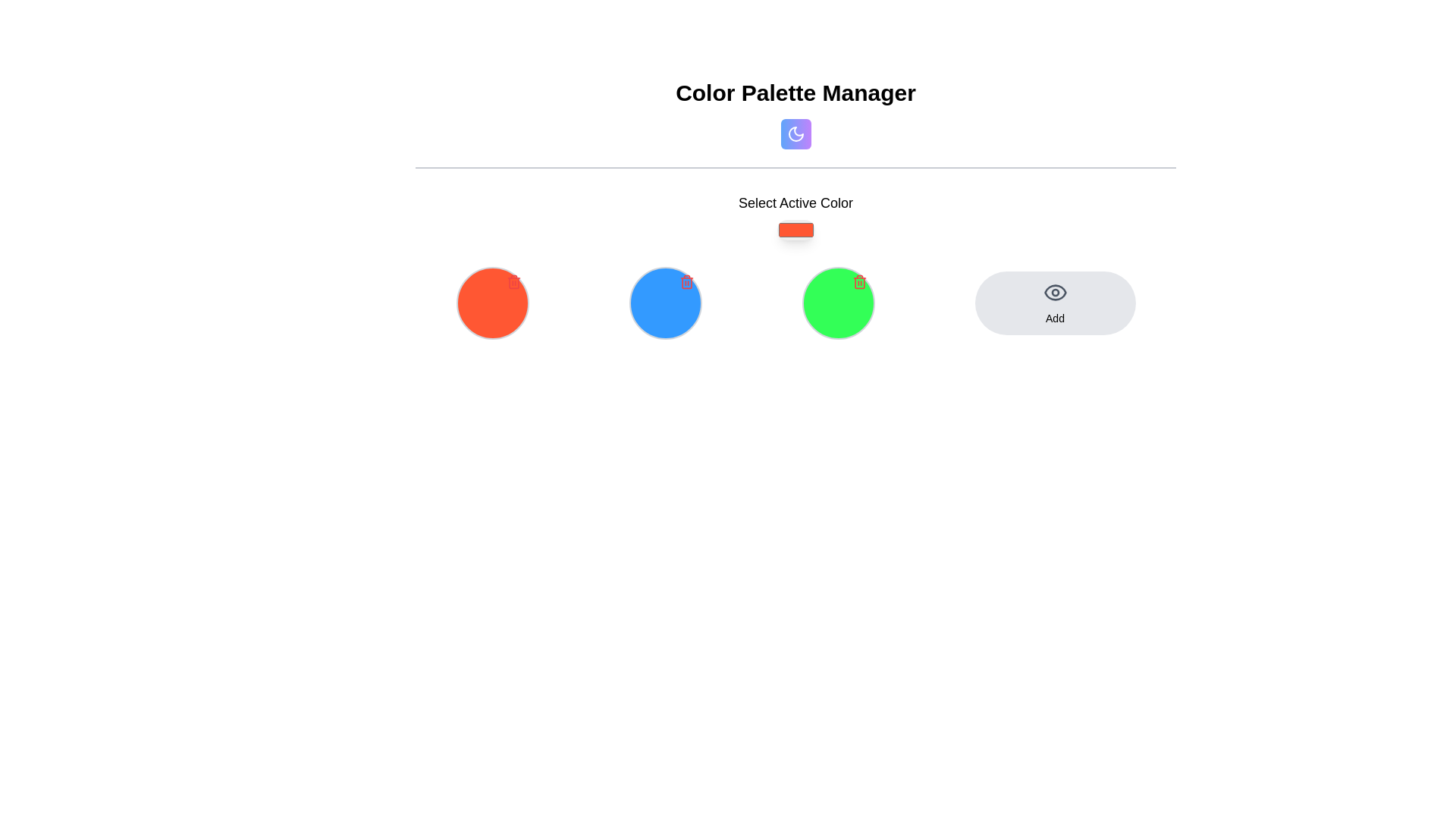  Describe the element at coordinates (795, 230) in the screenshot. I see `the rectangular color picker with rounded corners and a solid orange background, located under the 'Select Active Color' label` at that location.